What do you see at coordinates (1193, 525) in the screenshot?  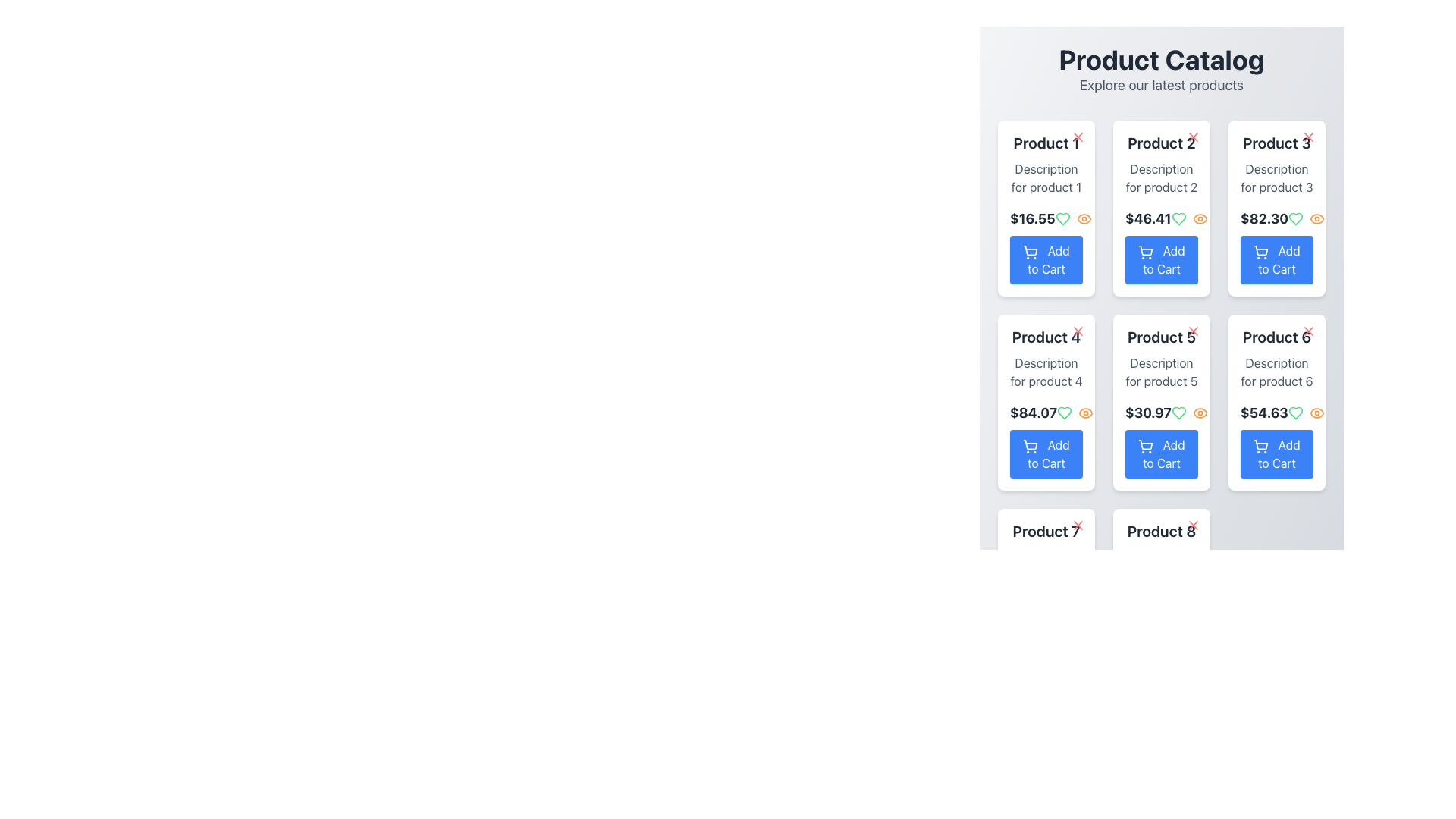 I see `the close or dismiss icon (an 'X' shaped SVG icon with rounded edges) located at the bottom-right of the 'Product 8' card` at bounding box center [1193, 525].